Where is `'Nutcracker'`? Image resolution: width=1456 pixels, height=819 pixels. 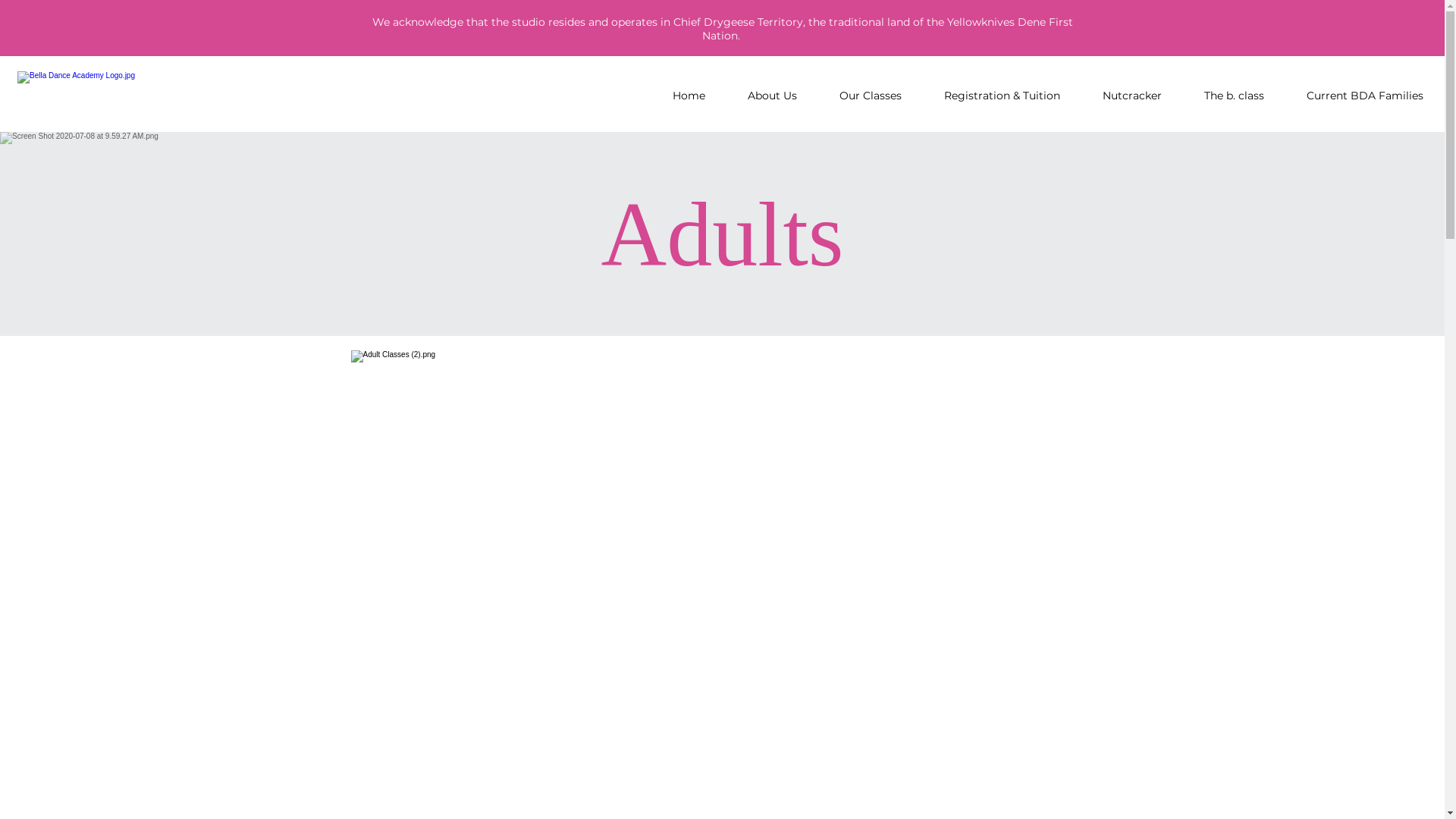 'Nutcracker' is located at coordinates (1131, 96).